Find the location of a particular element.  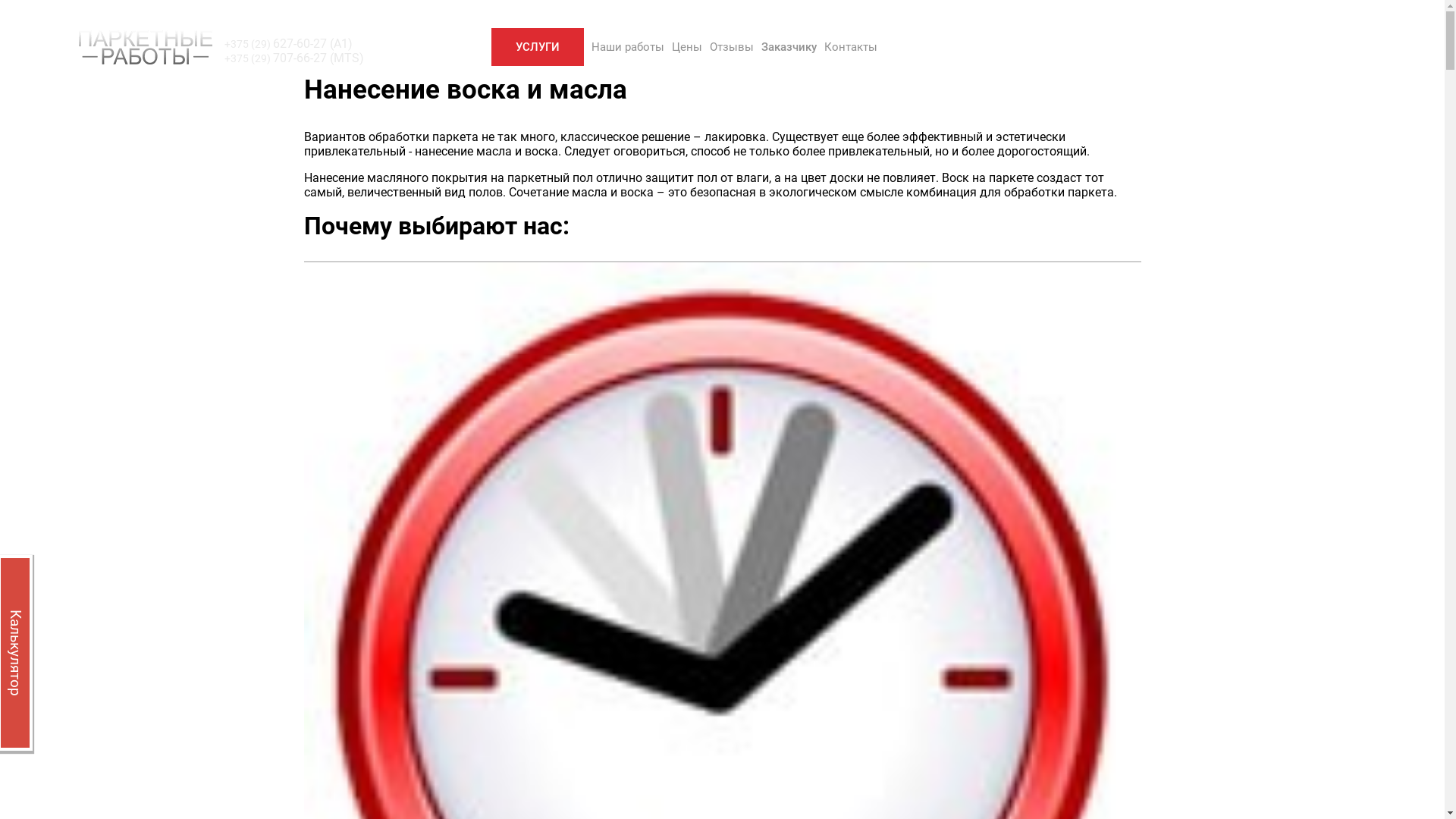

'+375 (29) 627-60-27 (A1)' is located at coordinates (294, 42).